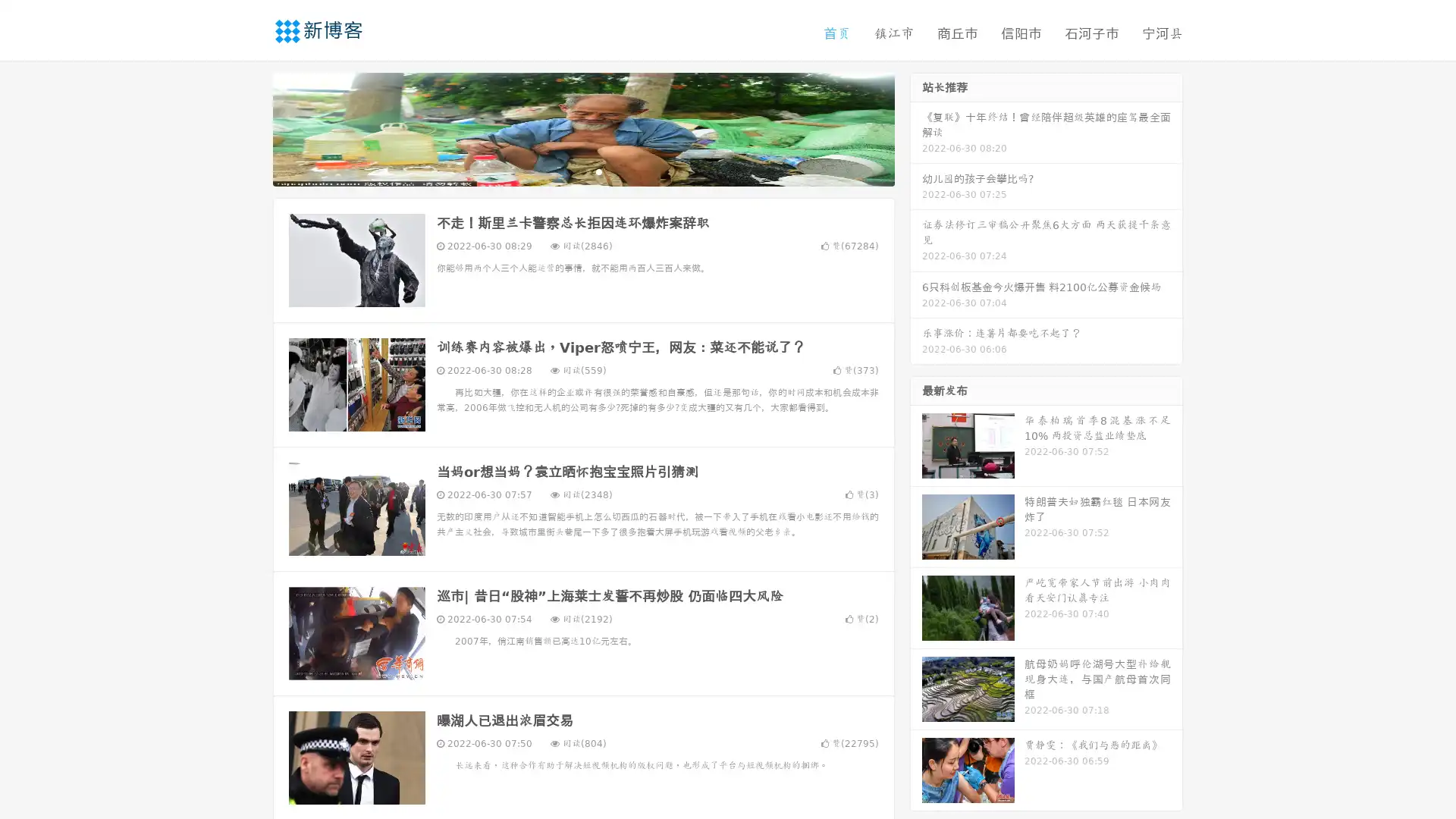  Describe the element at coordinates (250, 127) in the screenshot. I see `Previous slide` at that location.